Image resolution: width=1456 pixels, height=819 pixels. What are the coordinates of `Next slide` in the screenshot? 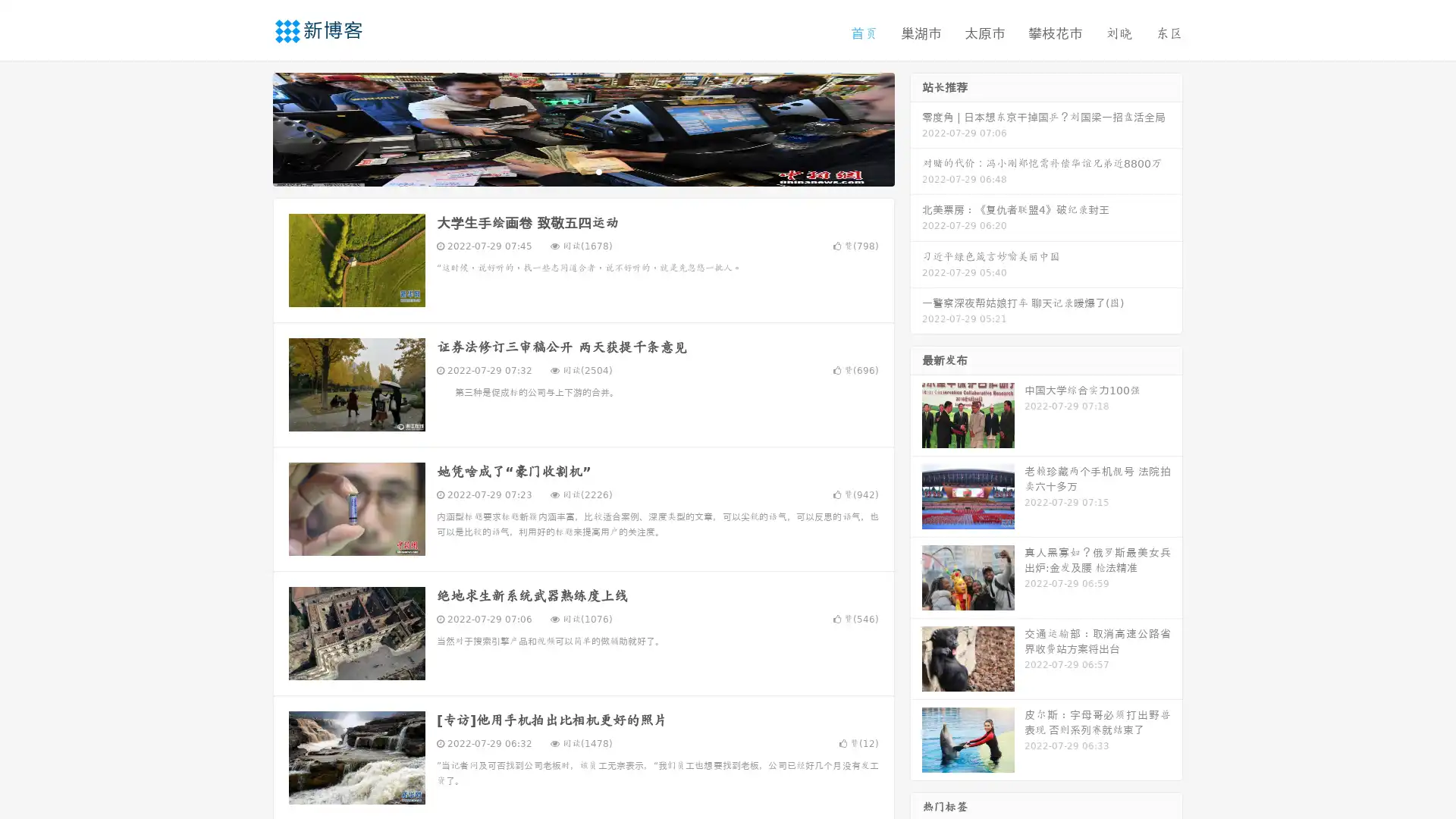 It's located at (916, 127).